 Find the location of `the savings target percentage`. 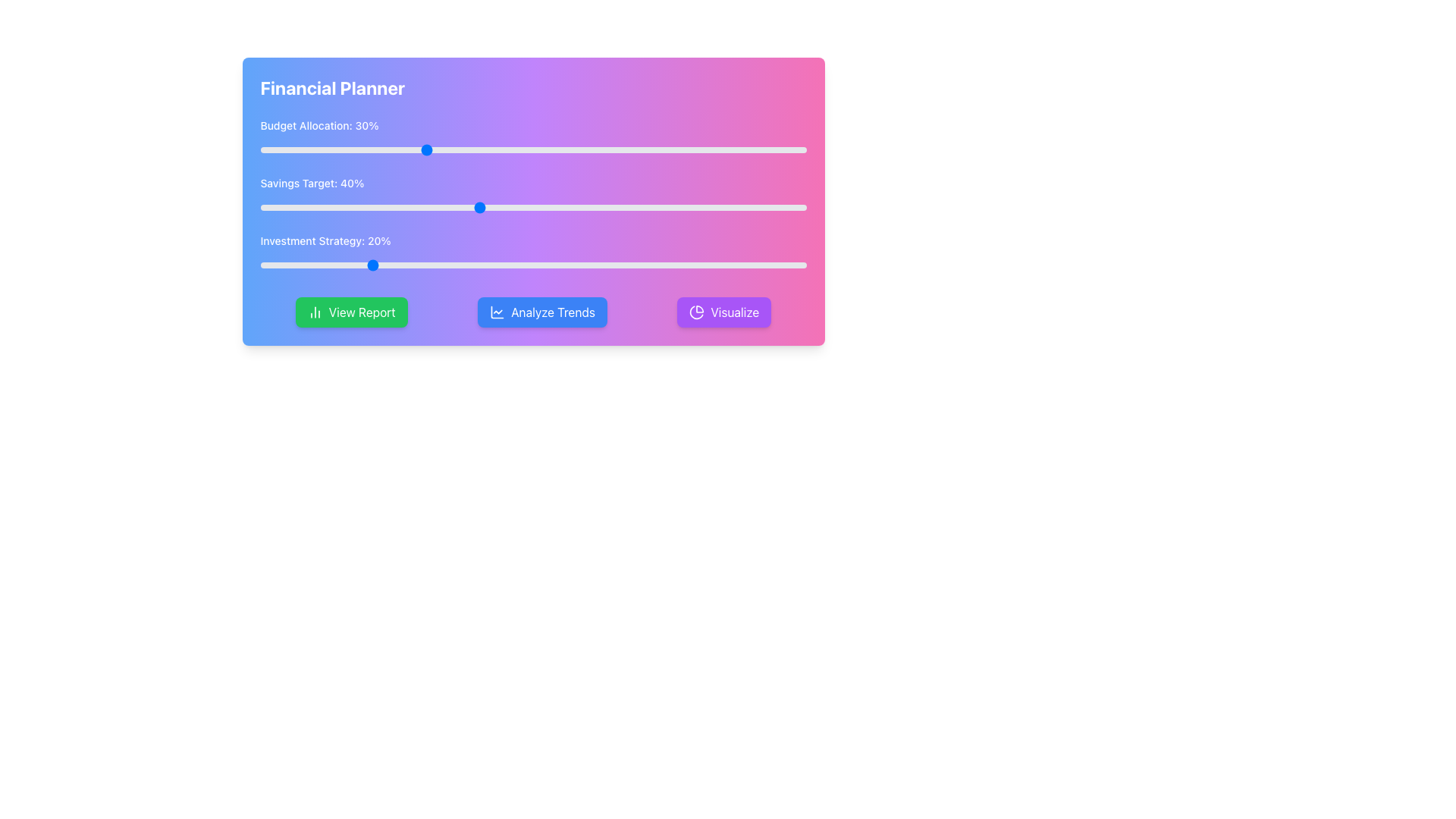

the savings target percentage is located at coordinates (364, 207).